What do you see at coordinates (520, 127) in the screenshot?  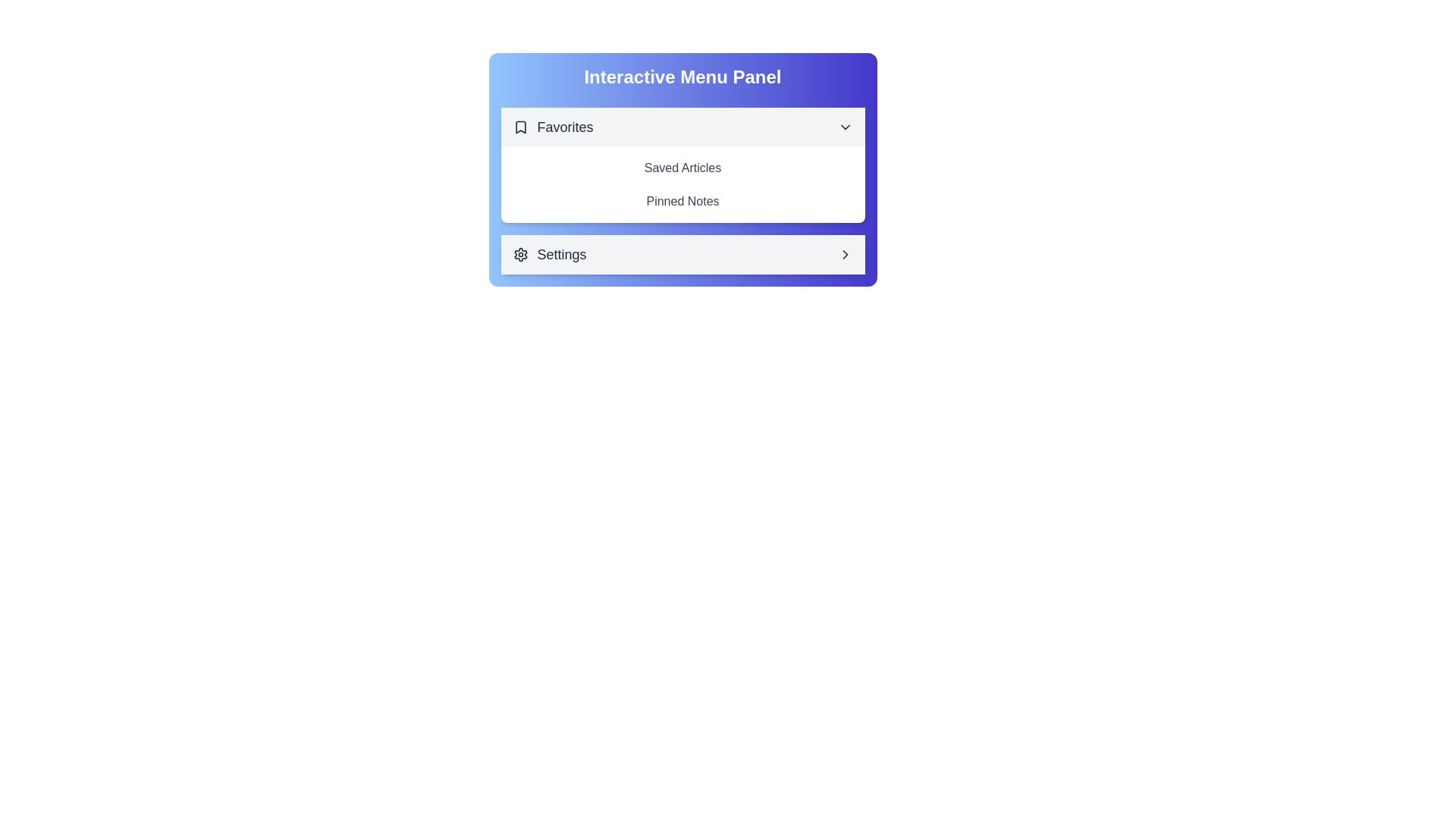 I see `the icon next to the section title Favorites to toggle its visibility` at bounding box center [520, 127].